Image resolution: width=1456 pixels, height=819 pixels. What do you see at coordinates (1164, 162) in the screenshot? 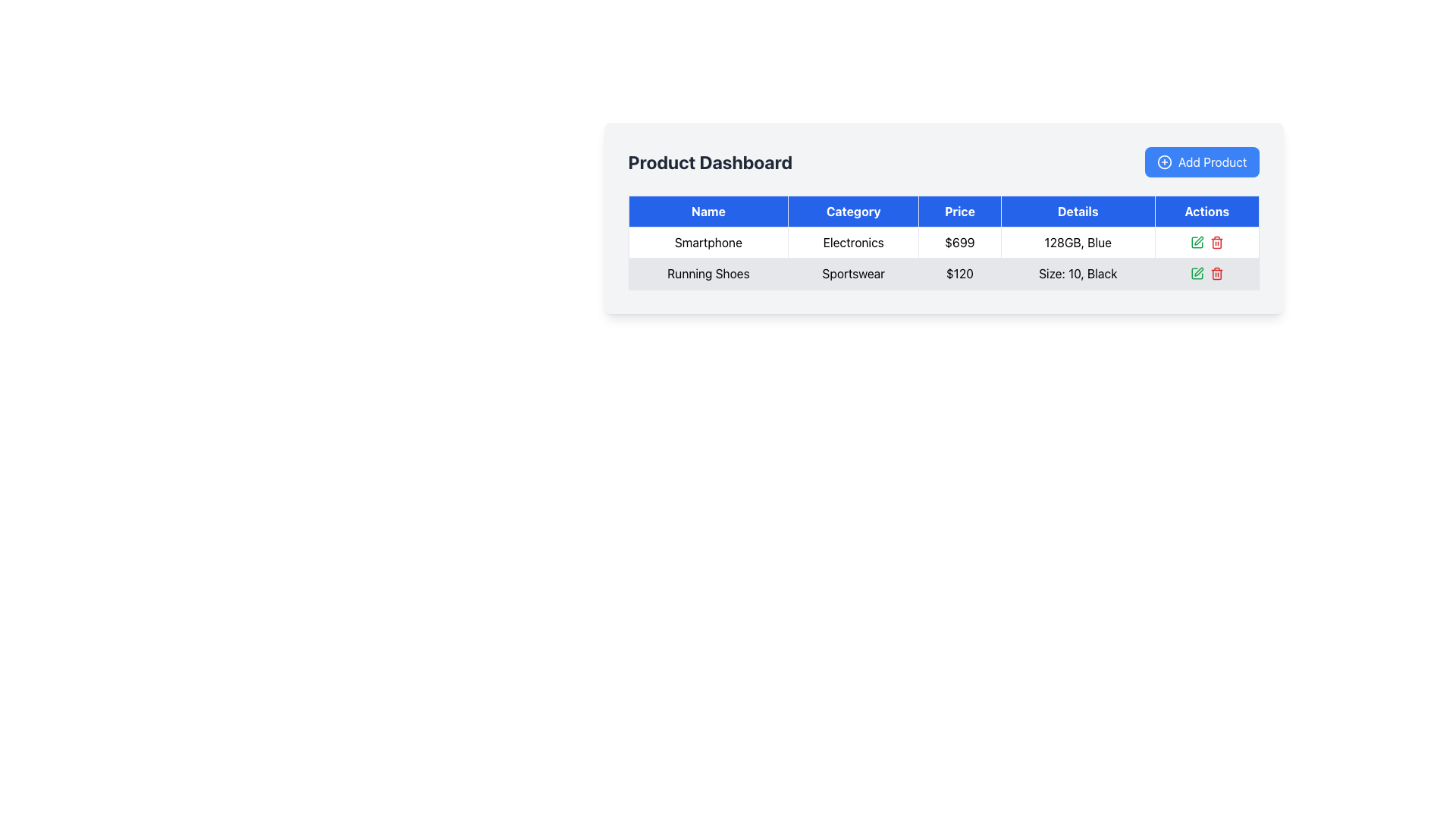
I see `the 'Add Product' button which features a circular white graphic outline within a blue button located at the top-right corner of the interface` at bounding box center [1164, 162].